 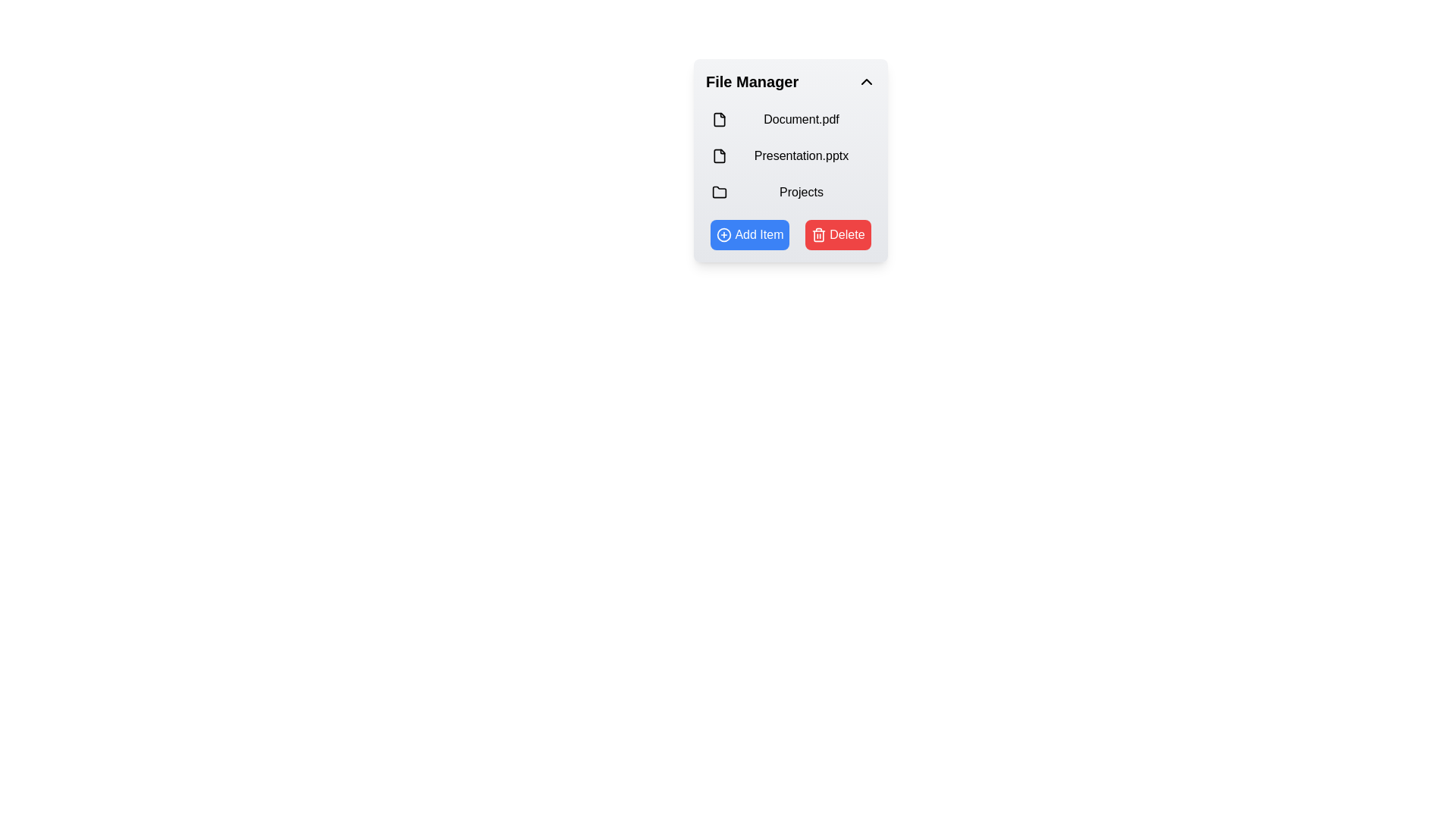 What do you see at coordinates (719, 192) in the screenshot?
I see `the folder icon located next to the label 'Projects' in the file management interface` at bounding box center [719, 192].